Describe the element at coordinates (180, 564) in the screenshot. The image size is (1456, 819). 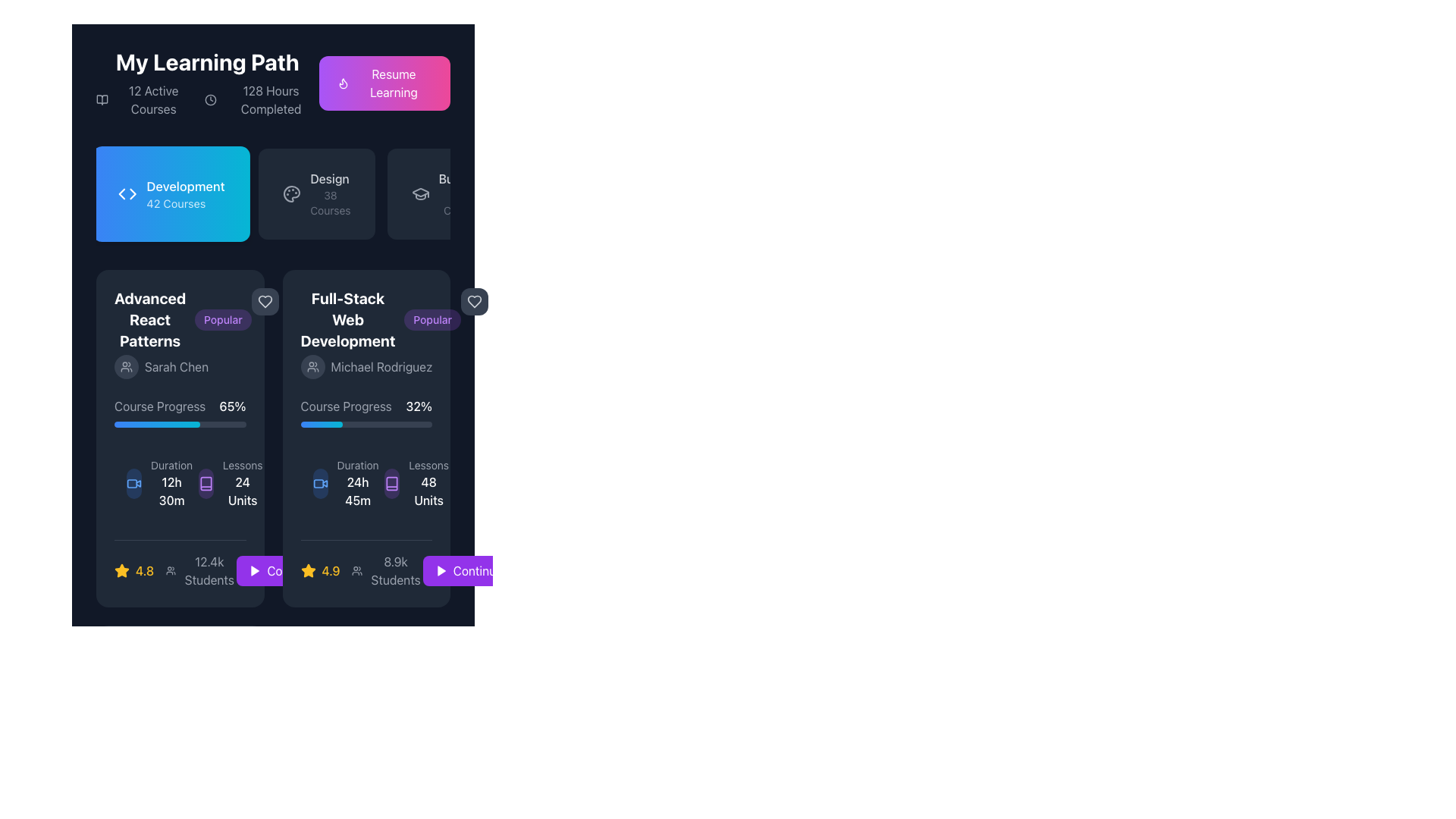
I see `displayed information from the informational display panel located at the bottom of the 'Advanced React Patterns' card, which shows a rating of '4.8' and '12.4k Students'` at that location.